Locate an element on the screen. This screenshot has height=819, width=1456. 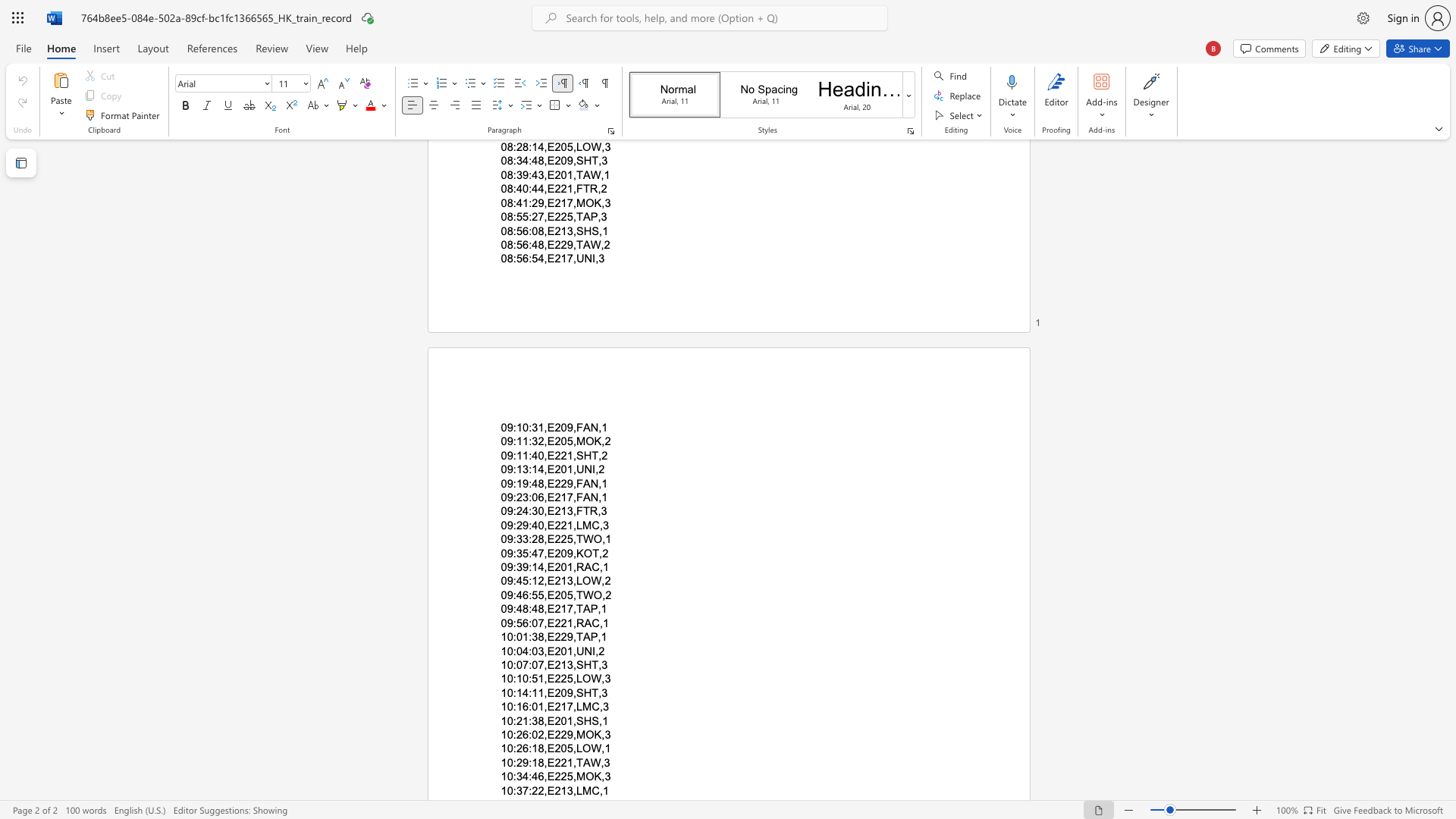
the space between the continuous character "2" and "1" in the text is located at coordinates (560, 580).